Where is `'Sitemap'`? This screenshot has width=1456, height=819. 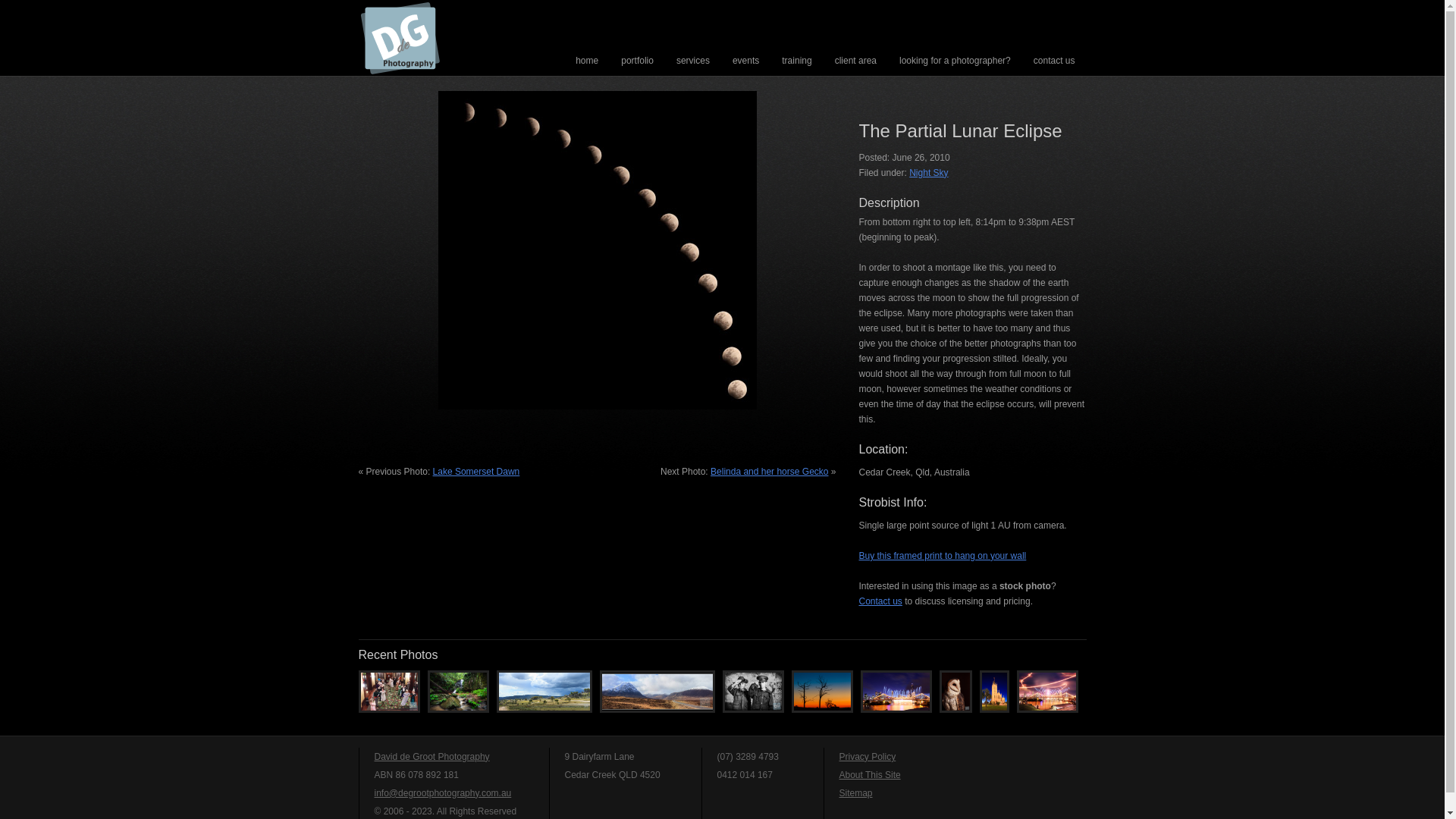
'Sitemap' is located at coordinates (855, 792).